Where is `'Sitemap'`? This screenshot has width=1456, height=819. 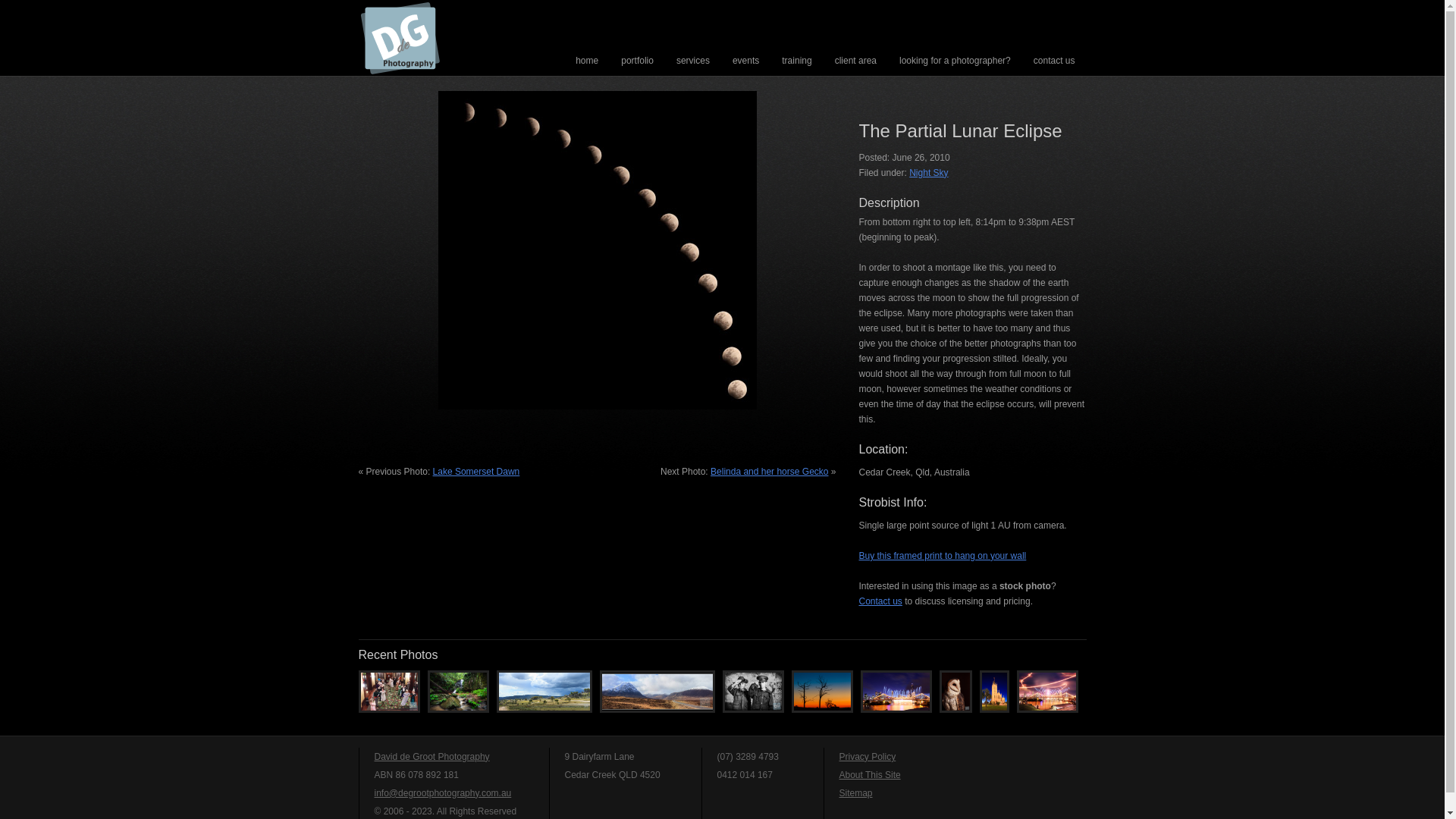
'Sitemap' is located at coordinates (855, 792).